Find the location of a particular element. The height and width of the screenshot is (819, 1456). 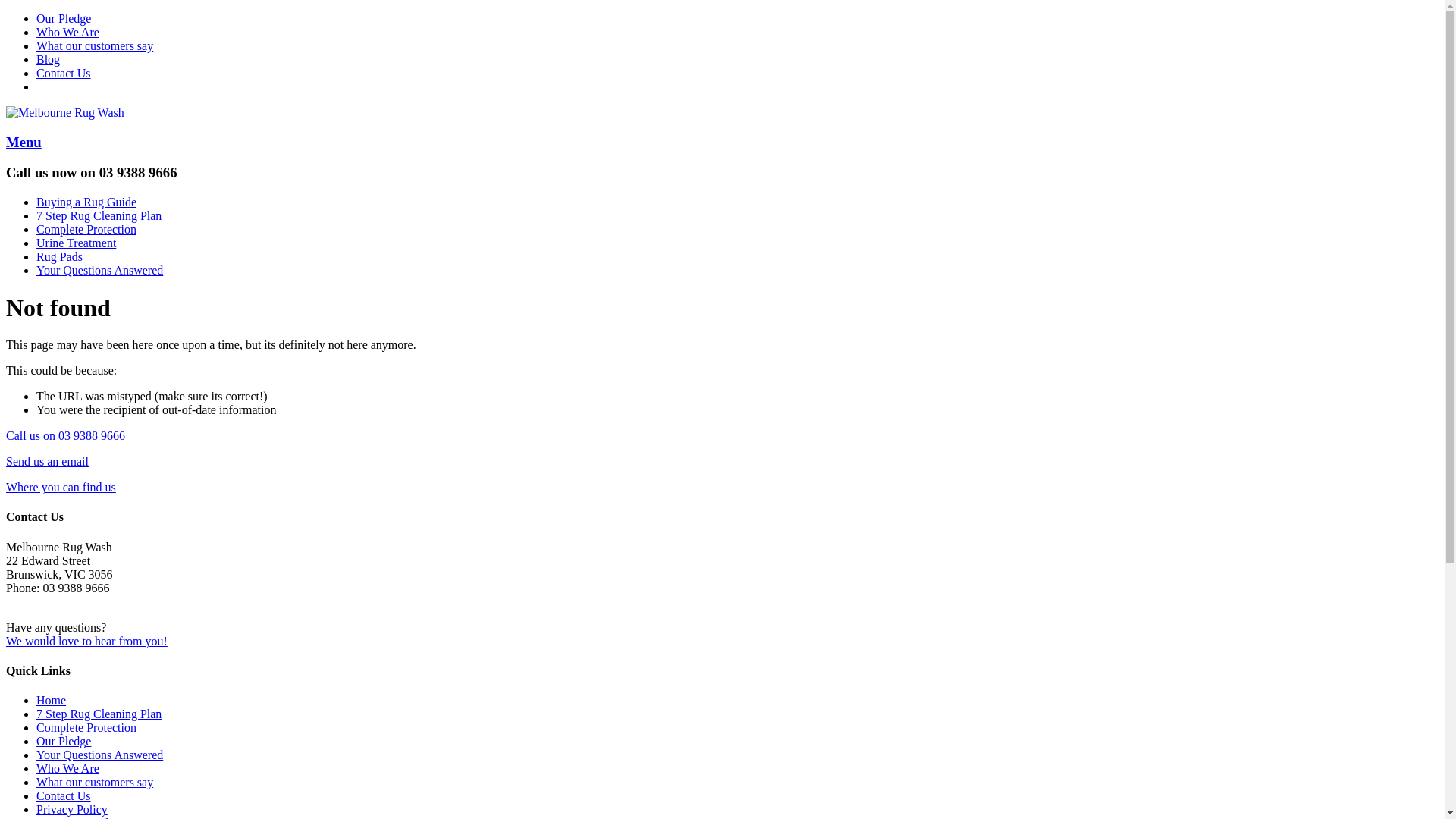

'Rug Pads' is located at coordinates (59, 256).